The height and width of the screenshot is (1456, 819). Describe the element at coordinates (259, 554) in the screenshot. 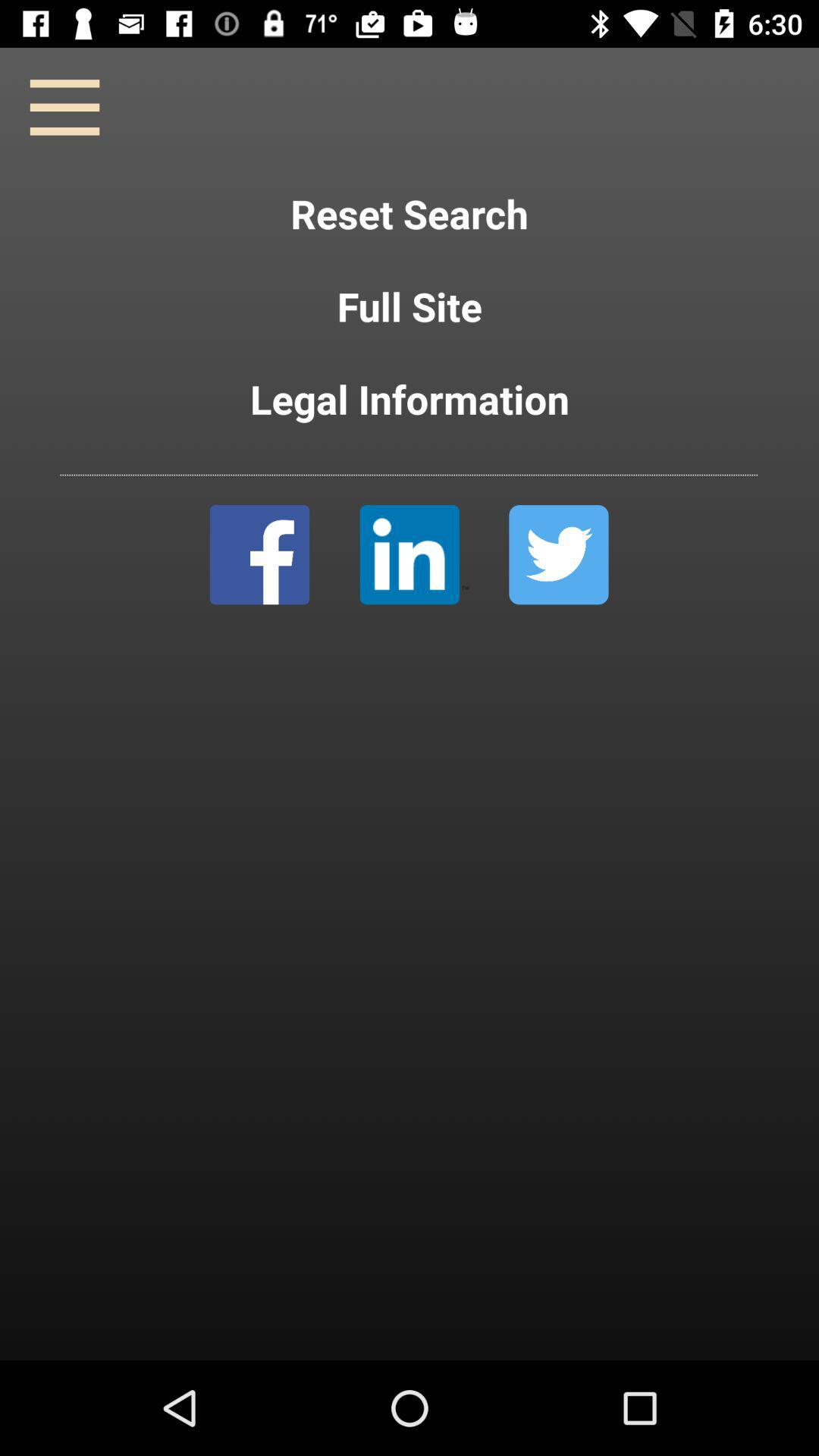

I see `the app facebook page` at that location.